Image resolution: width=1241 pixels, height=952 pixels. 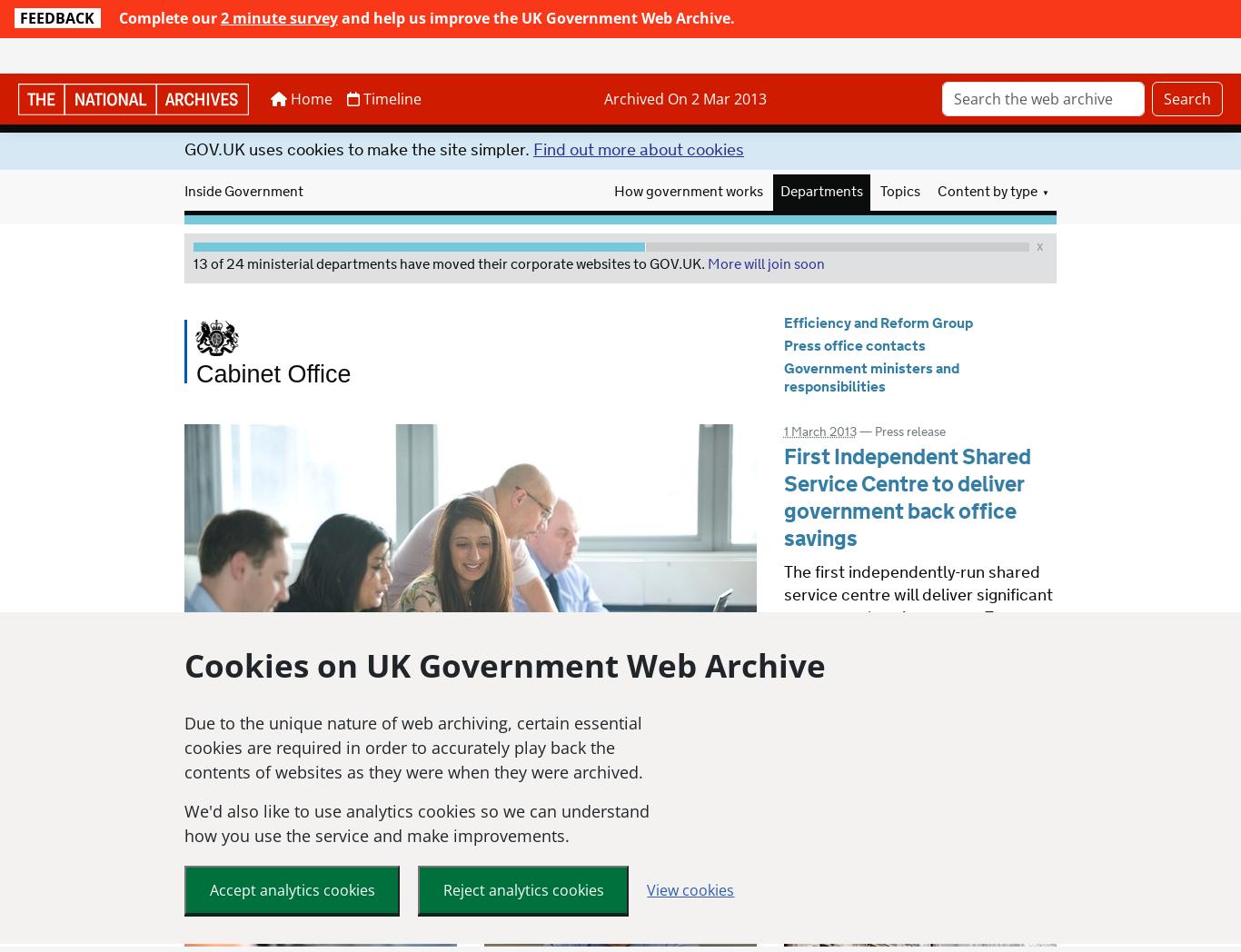 I want to click on 'Due to the unique nature of web archiving, certain essential cookies are required in order to accurately play back the contents of websites as they were when they were archived.', so click(x=183, y=712).